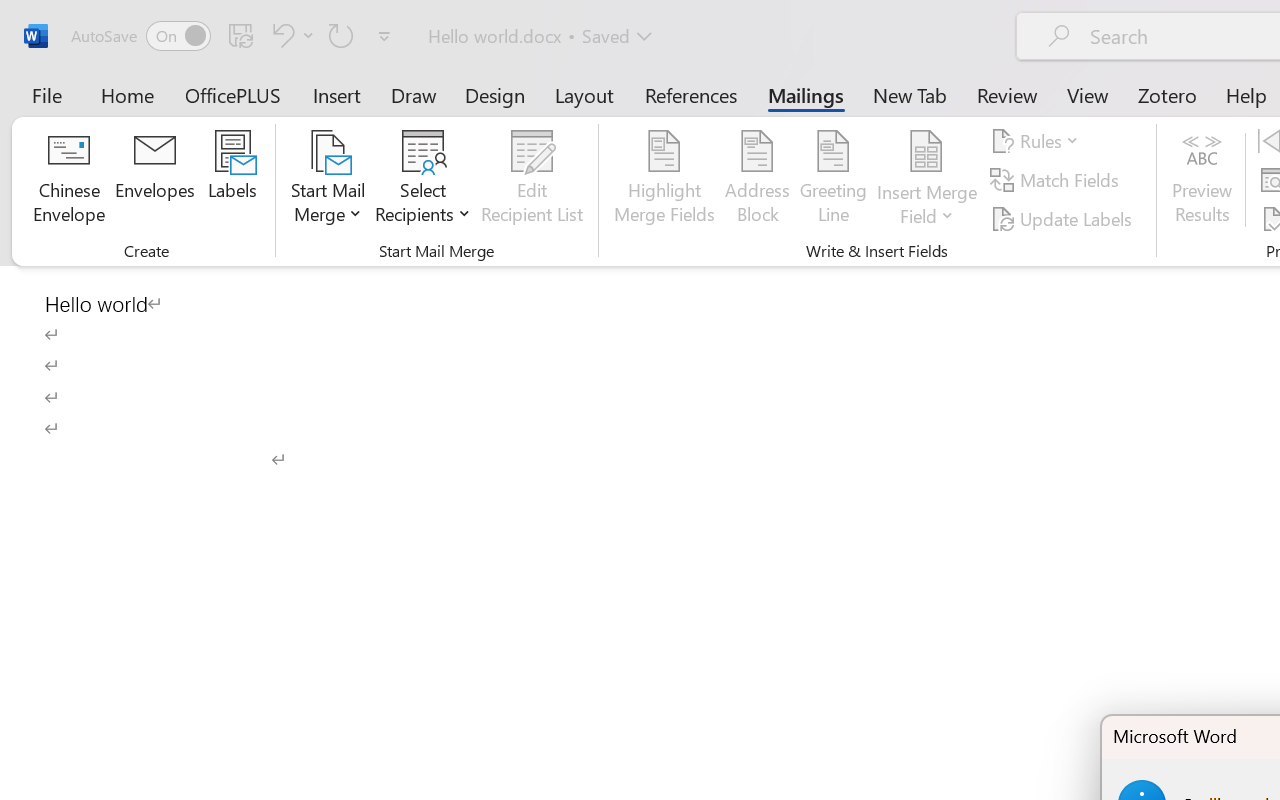 The width and height of the screenshot is (1280, 800). Describe the element at coordinates (341, 34) in the screenshot. I see `'Can'` at that location.